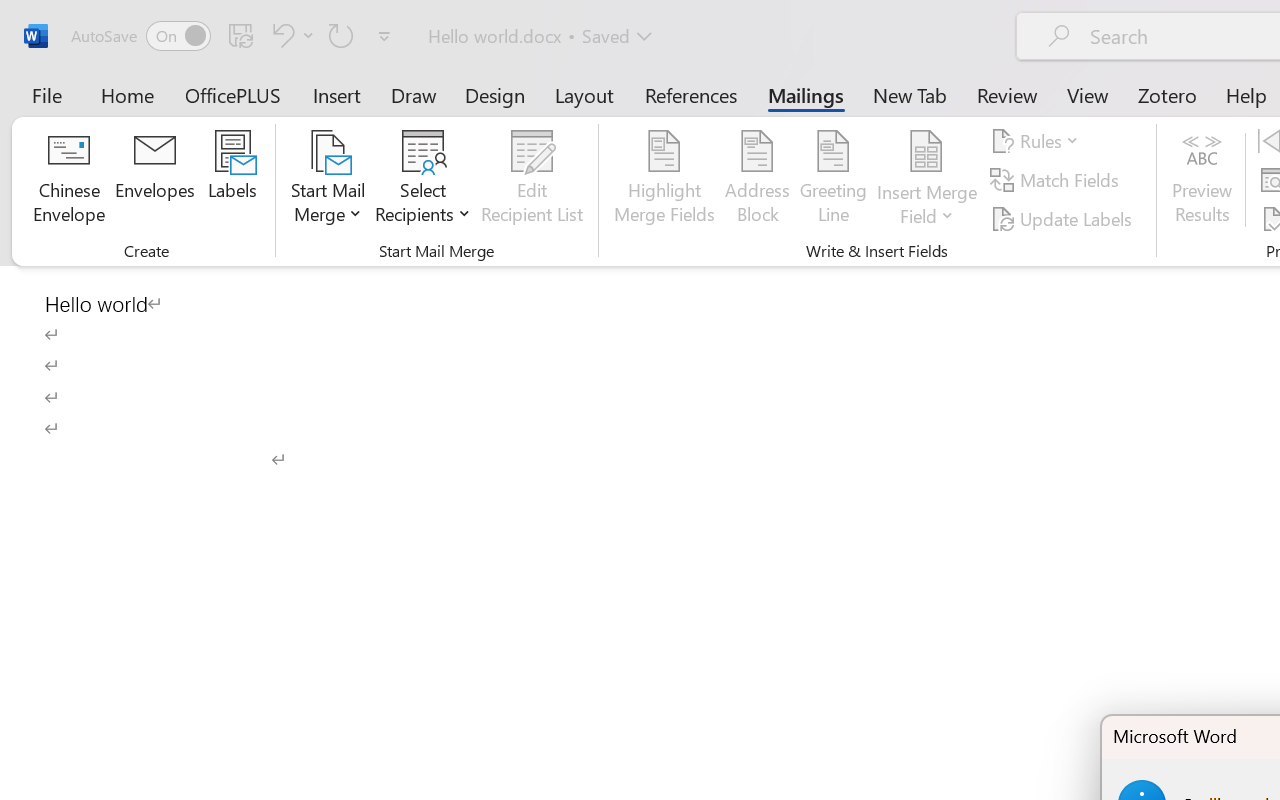 The width and height of the screenshot is (1280, 800). Describe the element at coordinates (341, 34) in the screenshot. I see `'Can'` at that location.